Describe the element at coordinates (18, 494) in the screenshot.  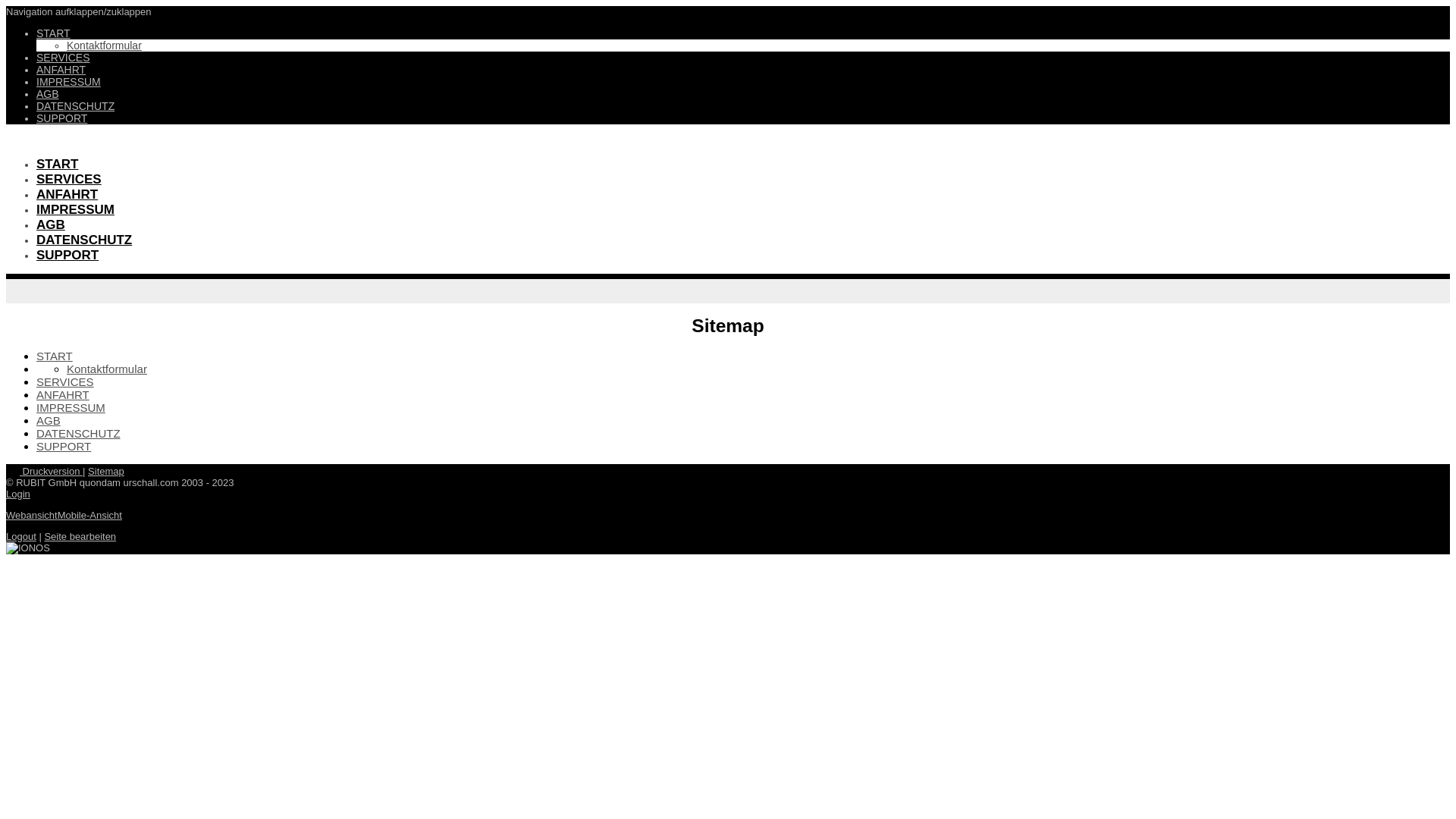
I see `'Login'` at that location.